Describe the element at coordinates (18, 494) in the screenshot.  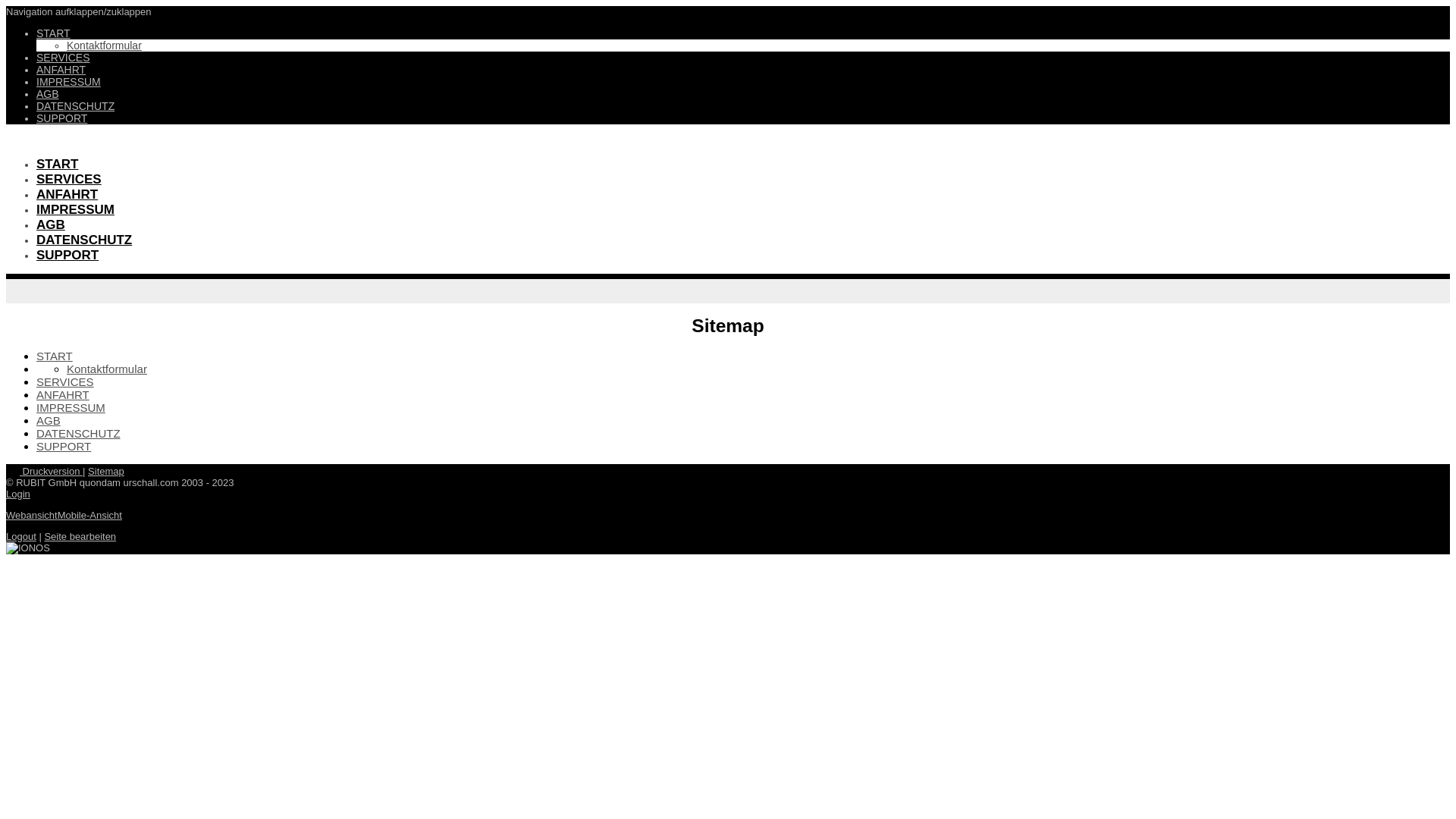
I see `'Login'` at that location.